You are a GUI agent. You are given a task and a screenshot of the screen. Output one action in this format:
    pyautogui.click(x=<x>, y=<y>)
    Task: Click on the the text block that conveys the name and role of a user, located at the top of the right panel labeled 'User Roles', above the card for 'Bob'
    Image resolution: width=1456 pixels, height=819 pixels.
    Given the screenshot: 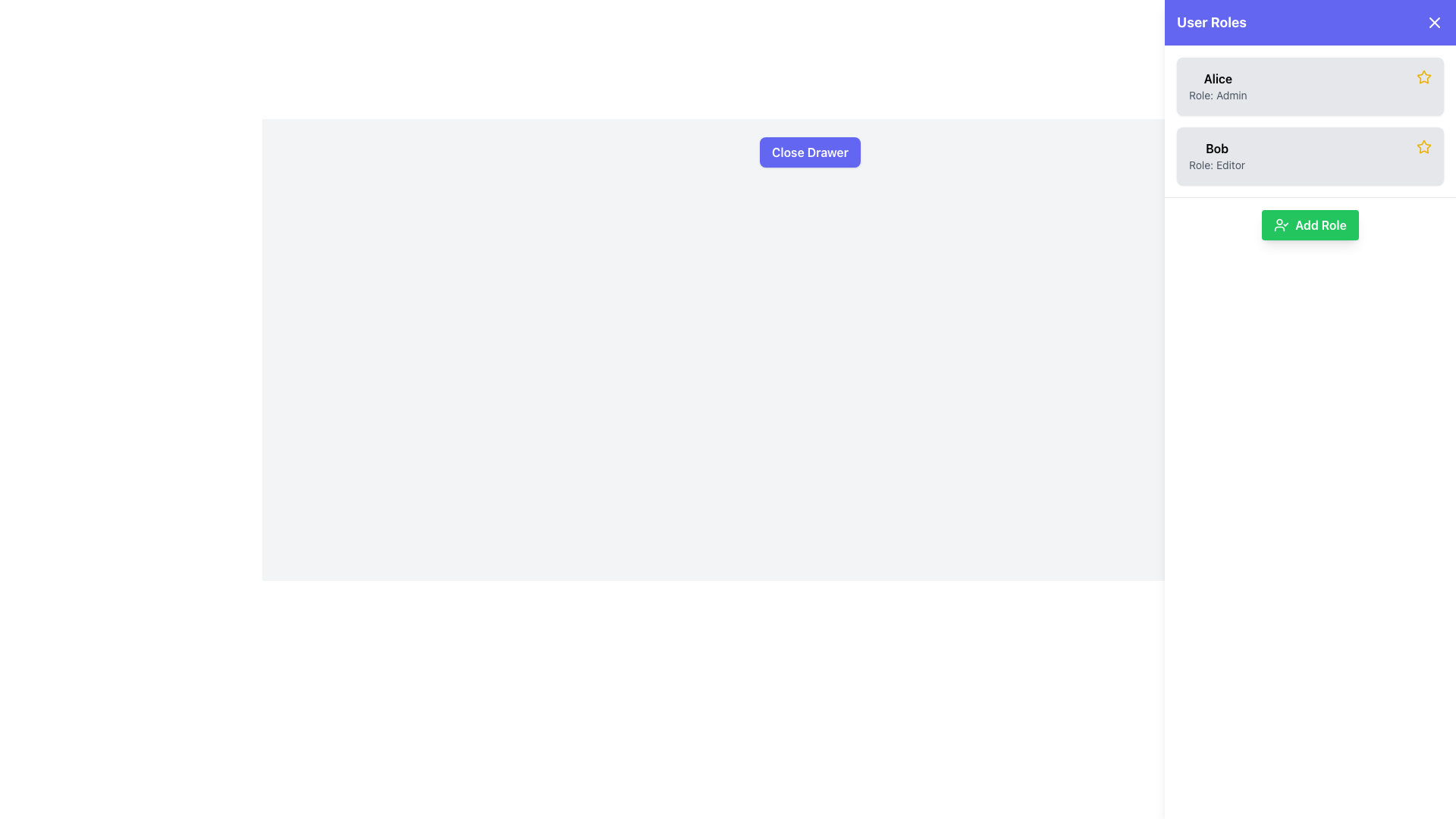 What is the action you would take?
    pyautogui.click(x=1218, y=86)
    